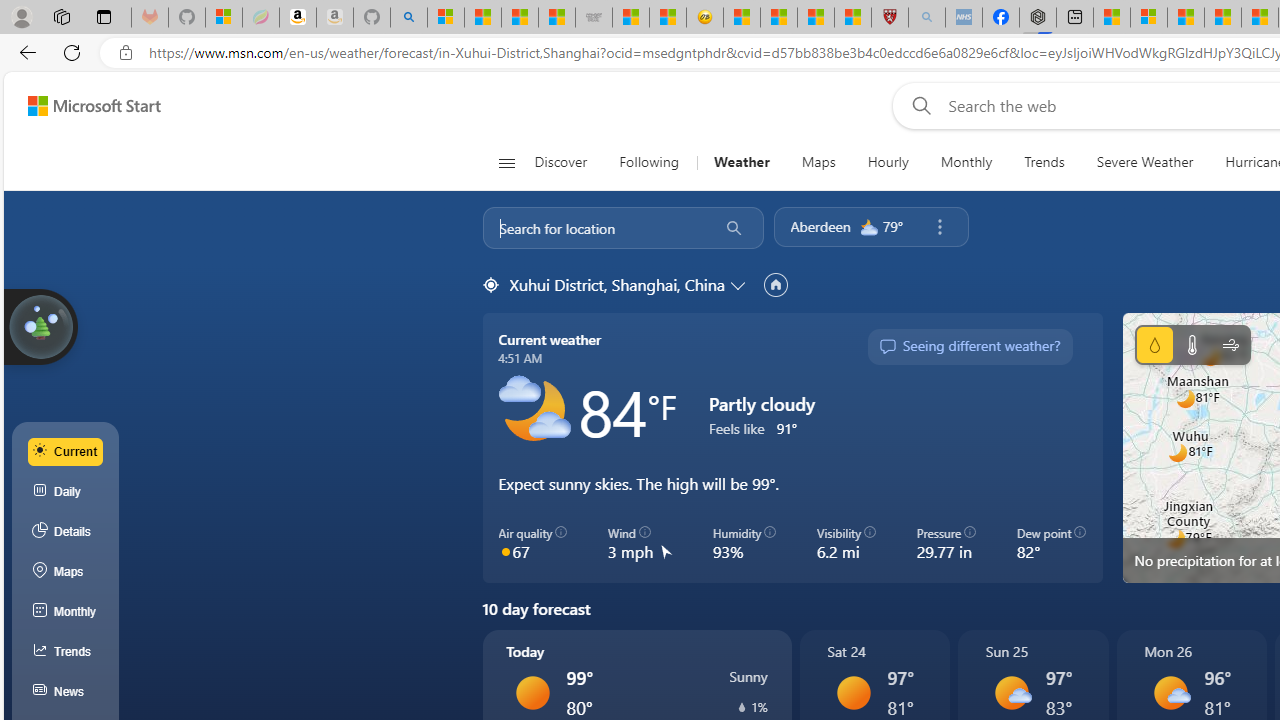 This screenshot has width=1280, height=720. Describe the element at coordinates (1044, 162) in the screenshot. I see `'Trends'` at that location.